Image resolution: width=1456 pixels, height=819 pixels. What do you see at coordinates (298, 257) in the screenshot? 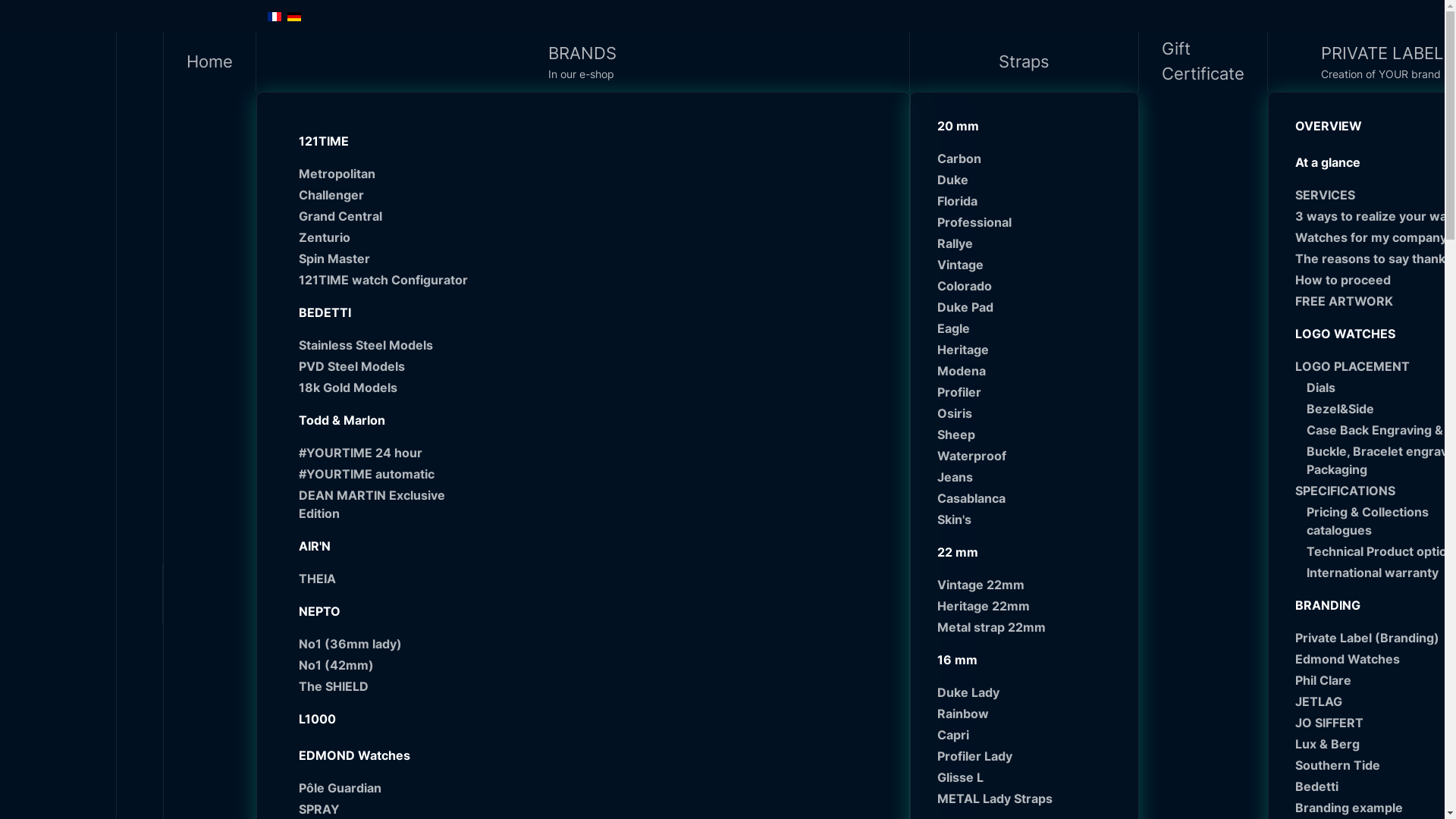
I see `'Spin Master'` at bounding box center [298, 257].